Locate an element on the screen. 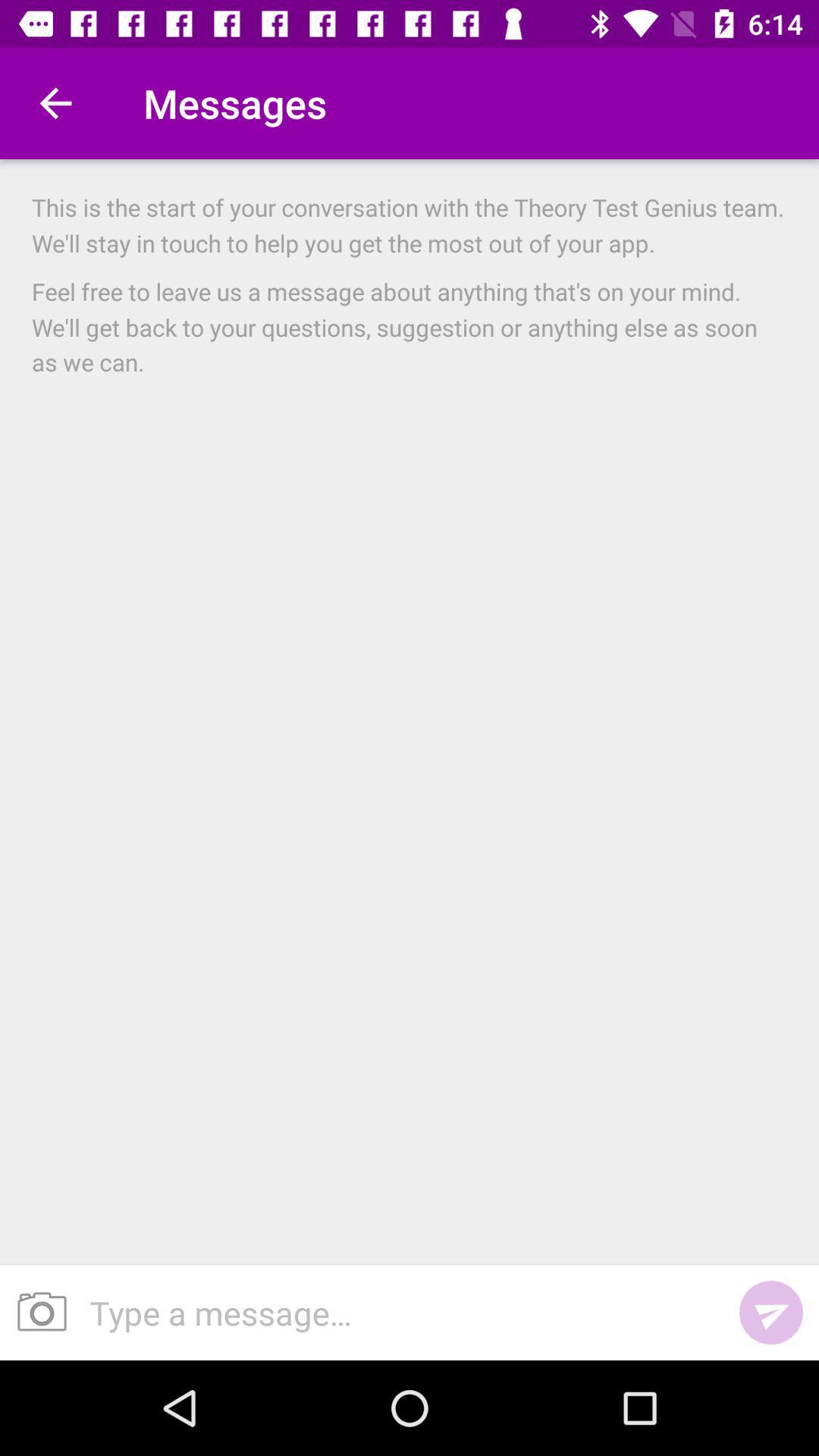 The image size is (819, 1456). the icon above feel free to icon is located at coordinates (409, 224).